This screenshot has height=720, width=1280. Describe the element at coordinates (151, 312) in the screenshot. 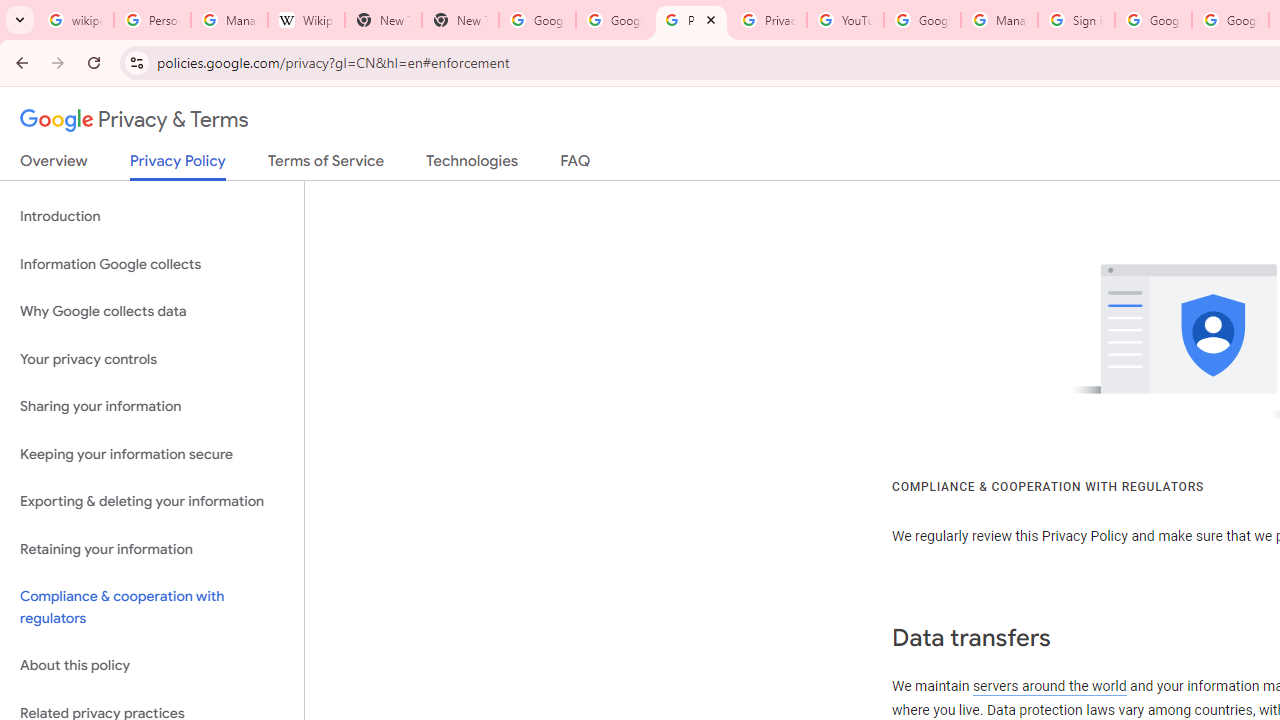

I see `'Why Google collects data'` at that location.